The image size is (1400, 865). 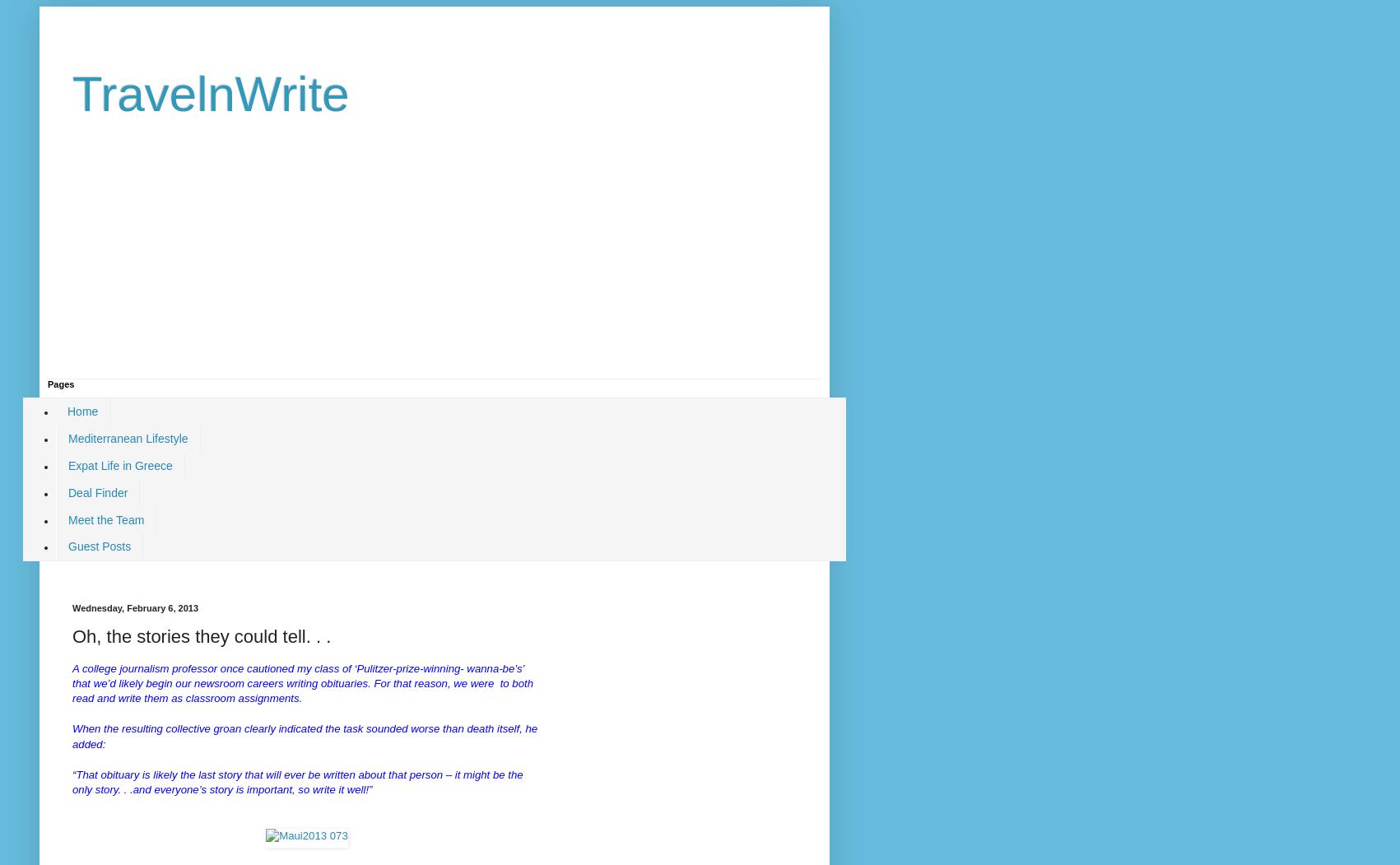 I want to click on 'A college journalism professor once cautioned my class of ‘Pulitzer-prize-winning- wanna-be’s’ that we’d likely begin our newsroom careers writing obituaries. For that reason, we were  to both read and write them as classroom assignments.', so click(x=72, y=682).